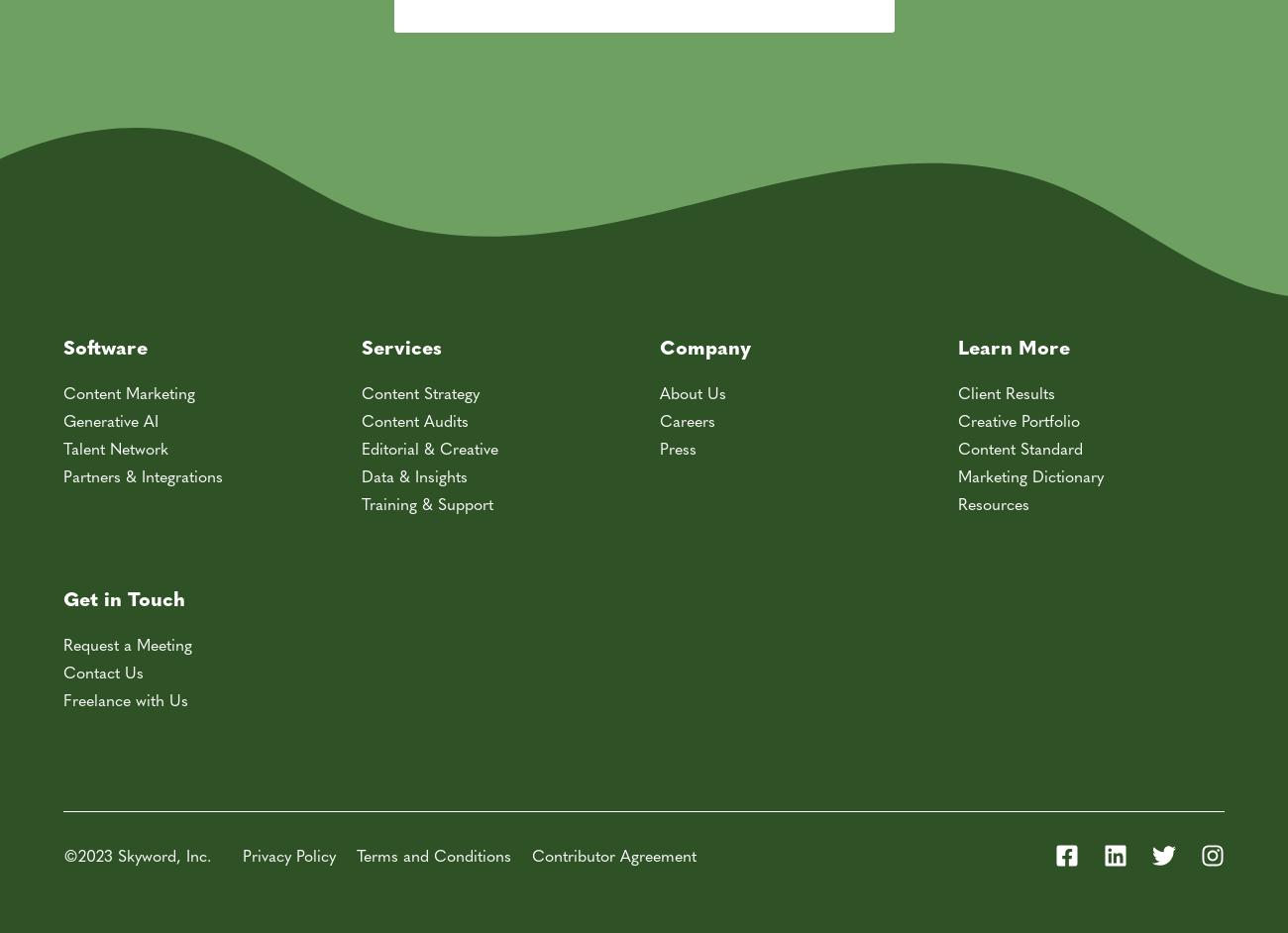 This screenshot has width=1288, height=933. I want to click on 'Training & Support', so click(361, 502).